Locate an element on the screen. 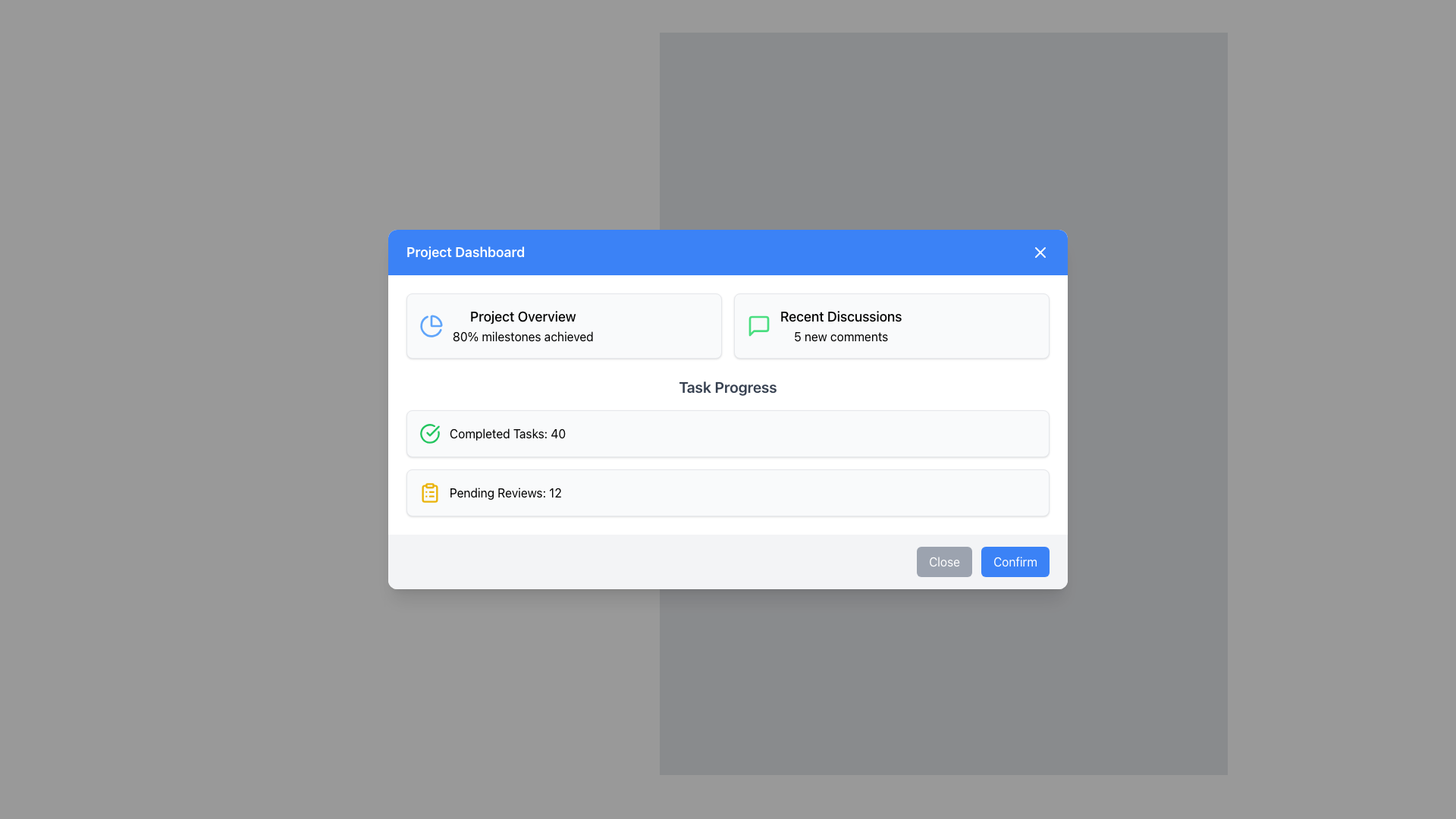 The image size is (1456, 819). 'Project Overview' text label, which is a bold, larger font style located in the upper left section of the central panel, above the '80% milestones achieved' text is located at coordinates (522, 315).